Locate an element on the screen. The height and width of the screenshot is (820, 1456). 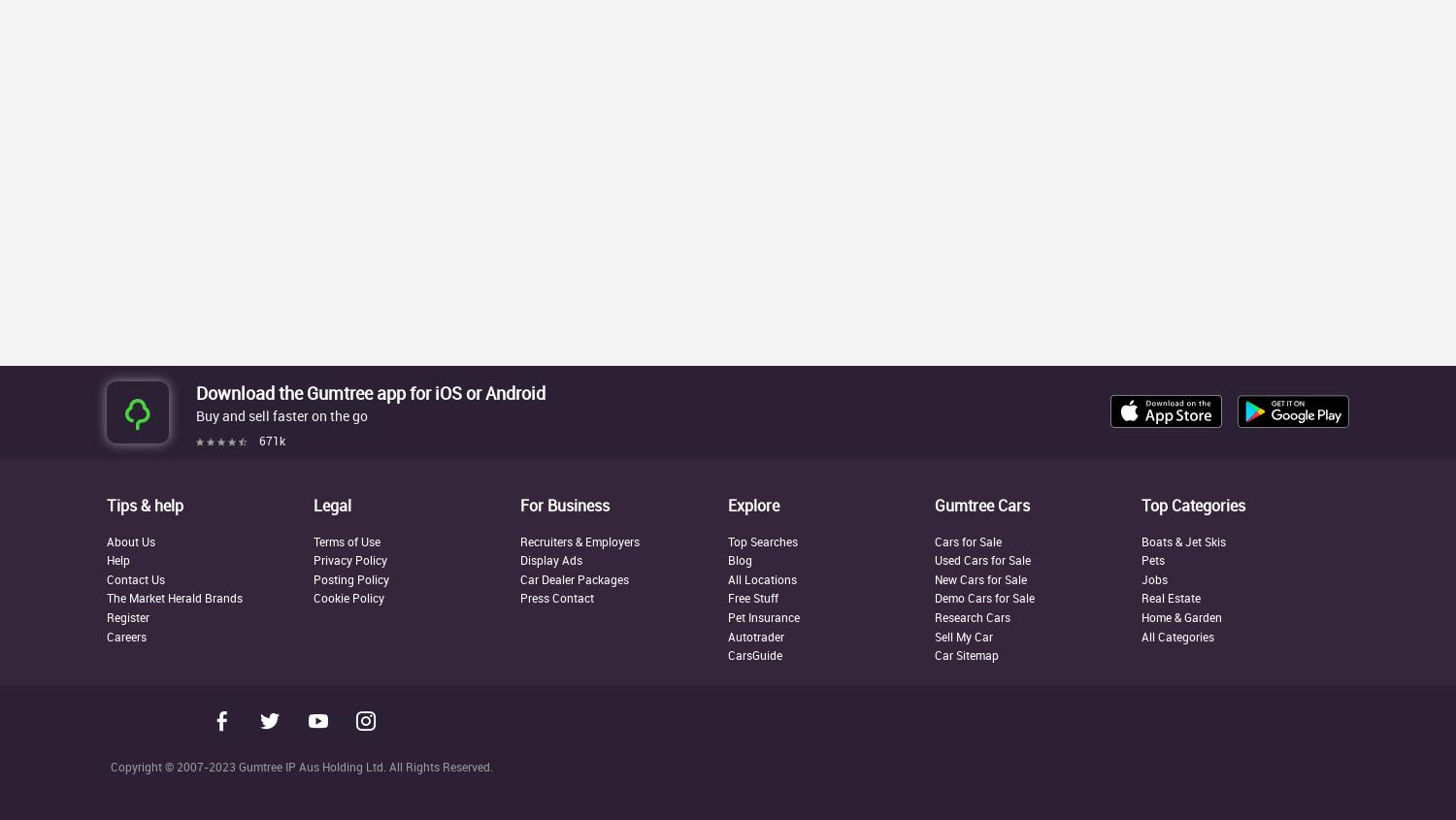
'Display Ads' is located at coordinates (550, 558).